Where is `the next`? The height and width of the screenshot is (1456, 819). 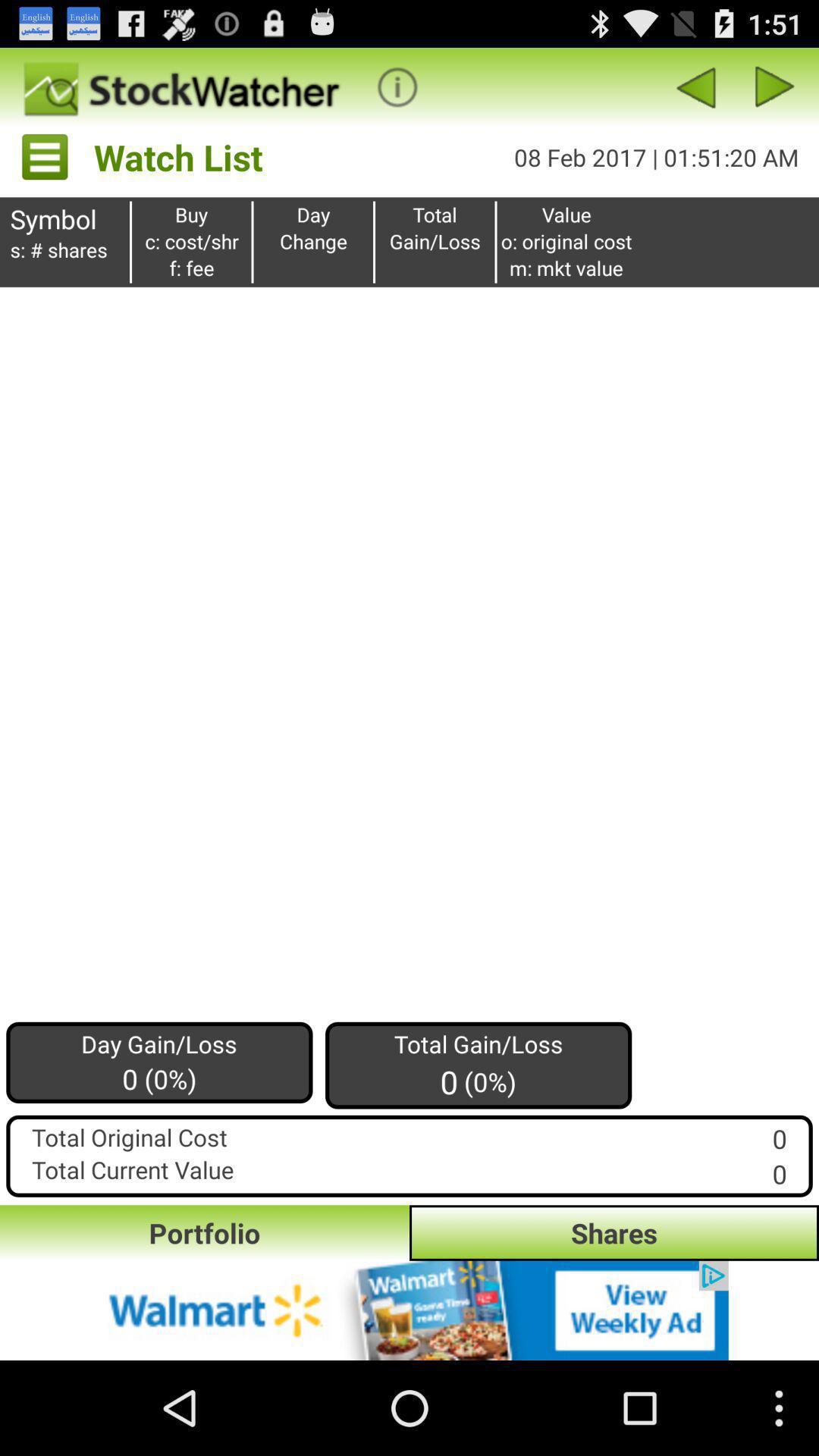 the next is located at coordinates (775, 86).